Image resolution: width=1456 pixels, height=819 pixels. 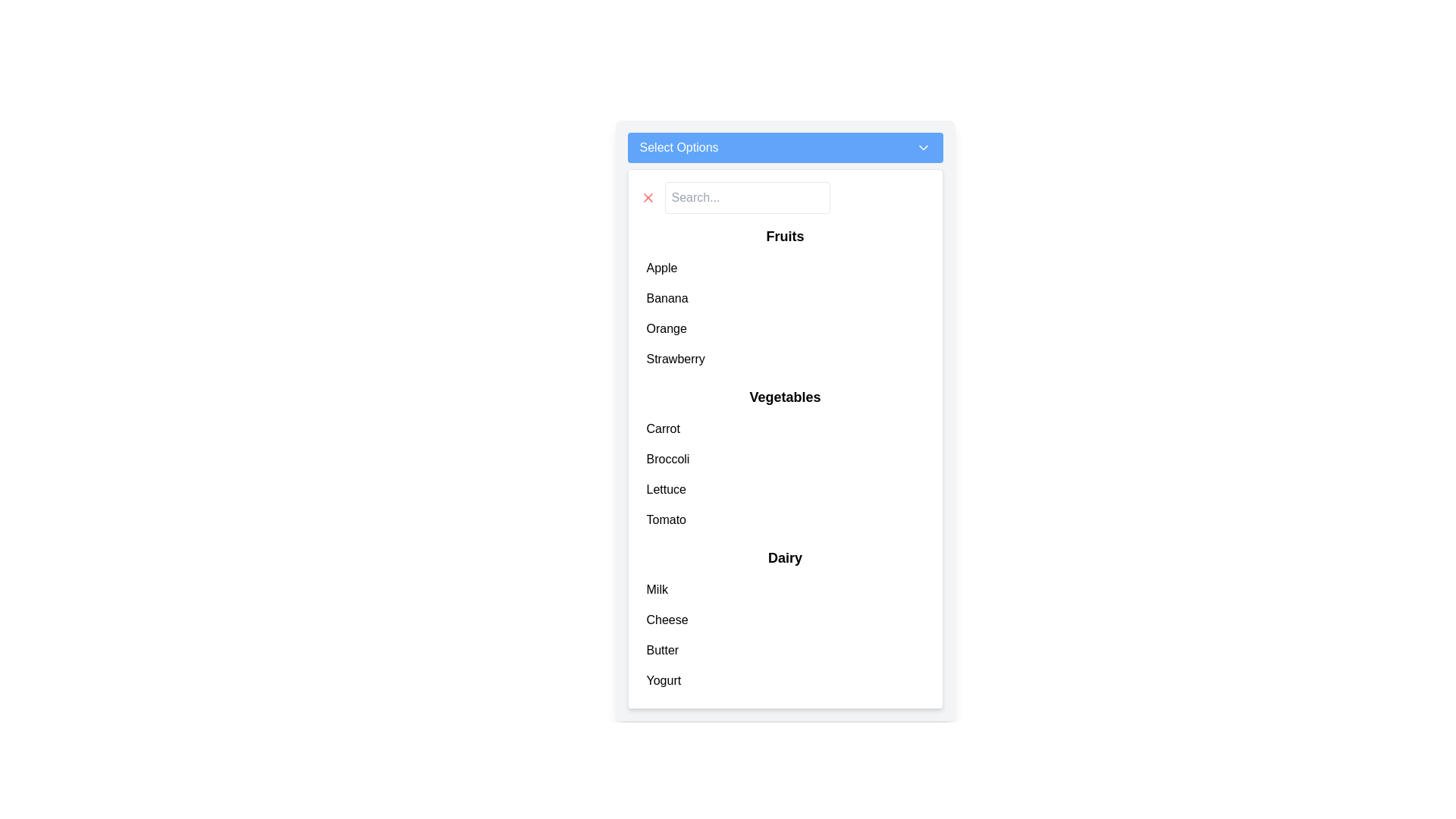 What do you see at coordinates (785, 359) in the screenshot?
I see `the list item labeled 'Strawberry'` at bounding box center [785, 359].